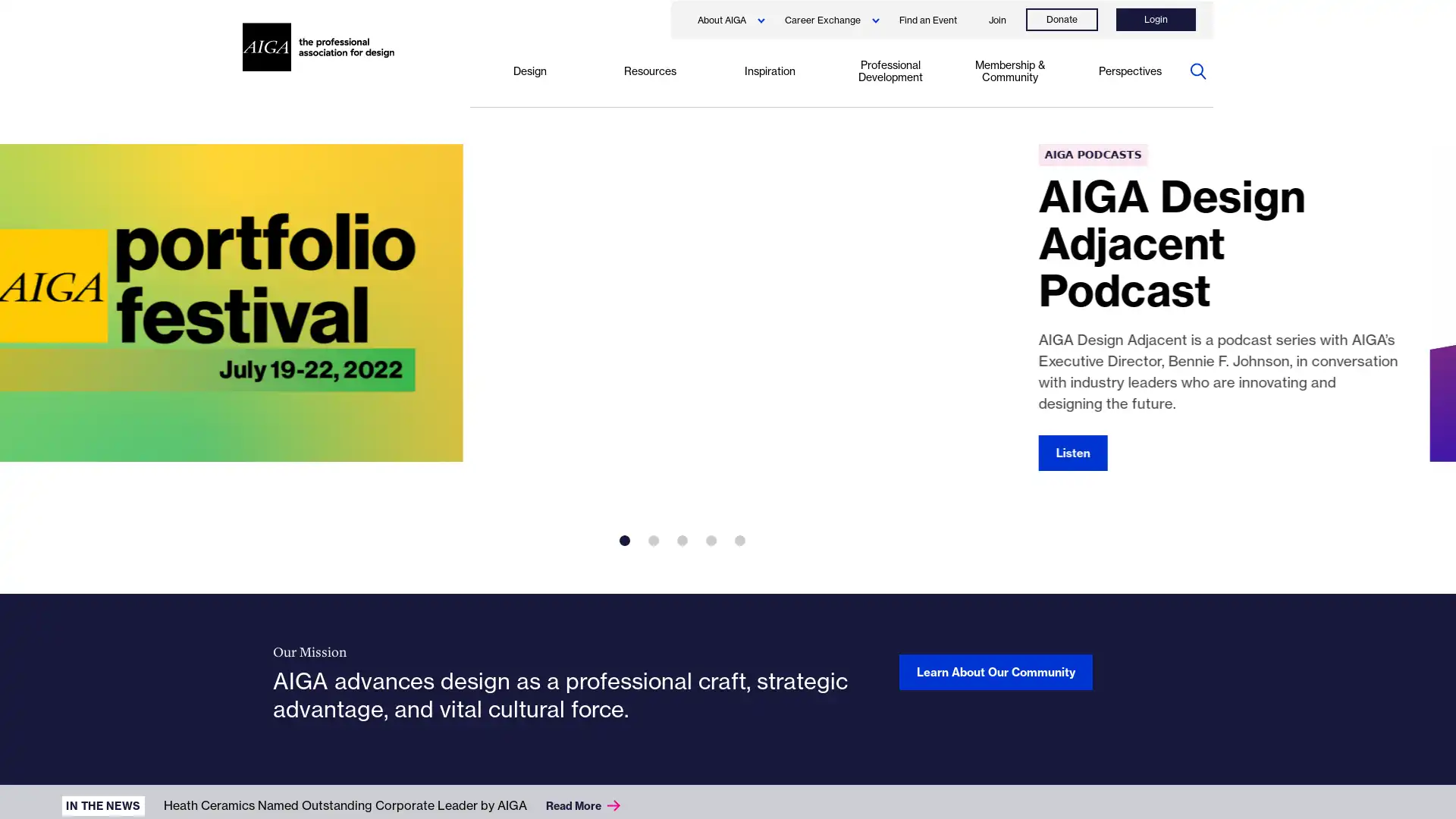 The height and width of the screenshot is (819, 1456). Describe the element at coordinates (654, 540) in the screenshot. I see `2 of 5` at that location.